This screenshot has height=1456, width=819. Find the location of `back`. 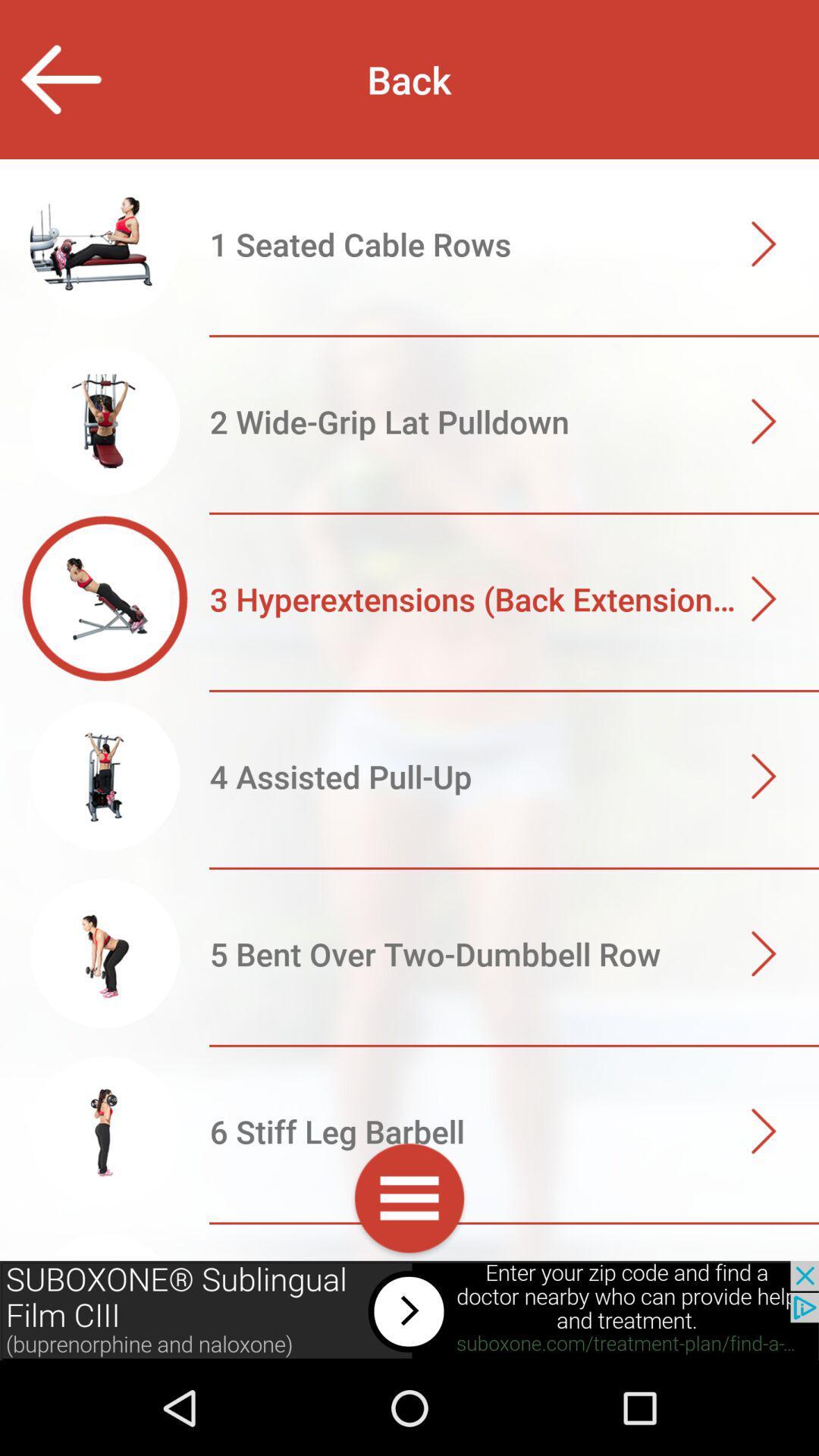

back is located at coordinates (59, 79).